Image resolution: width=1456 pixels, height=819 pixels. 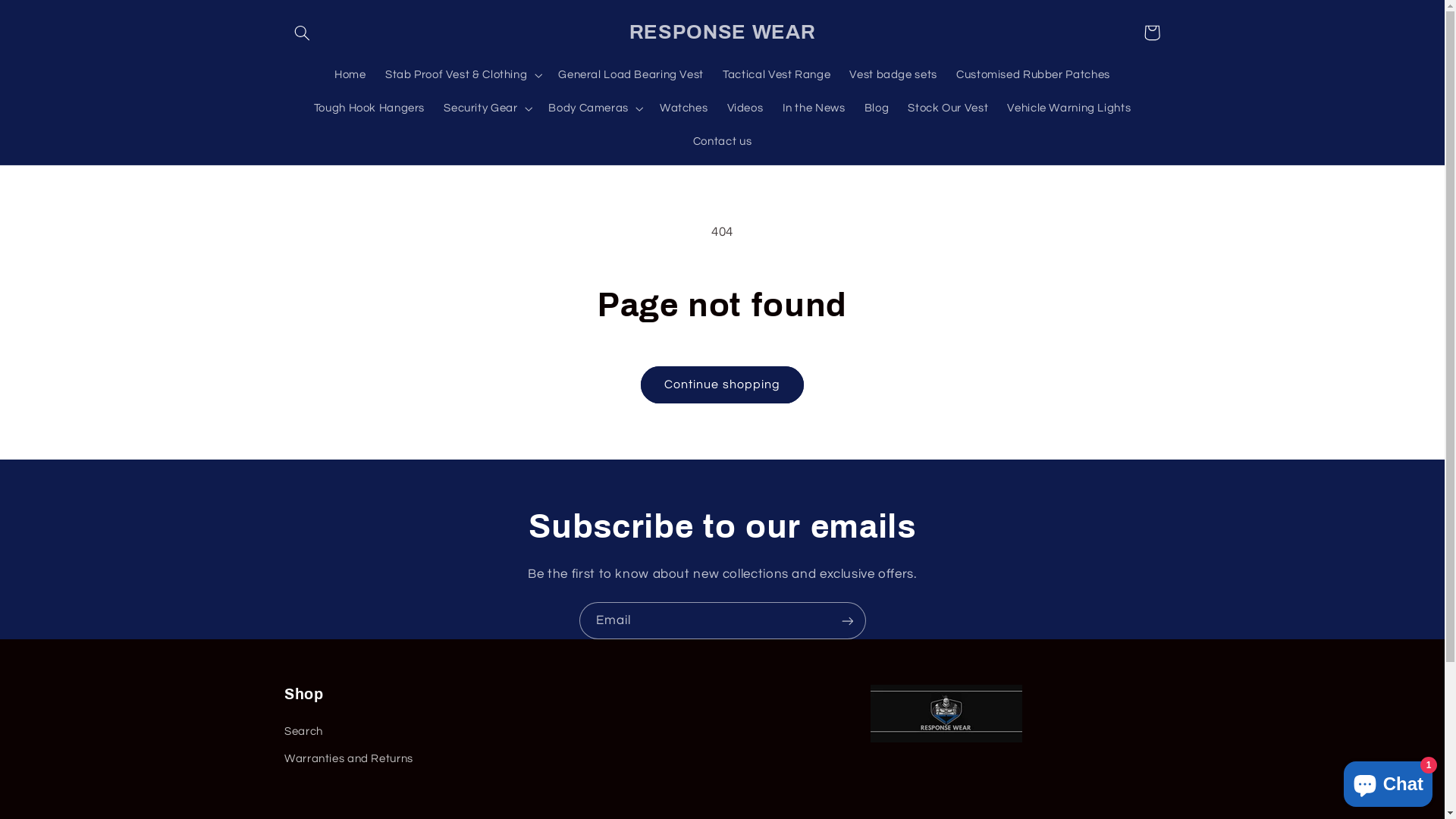 I want to click on 'Shopify online store chat', so click(x=1339, y=780).